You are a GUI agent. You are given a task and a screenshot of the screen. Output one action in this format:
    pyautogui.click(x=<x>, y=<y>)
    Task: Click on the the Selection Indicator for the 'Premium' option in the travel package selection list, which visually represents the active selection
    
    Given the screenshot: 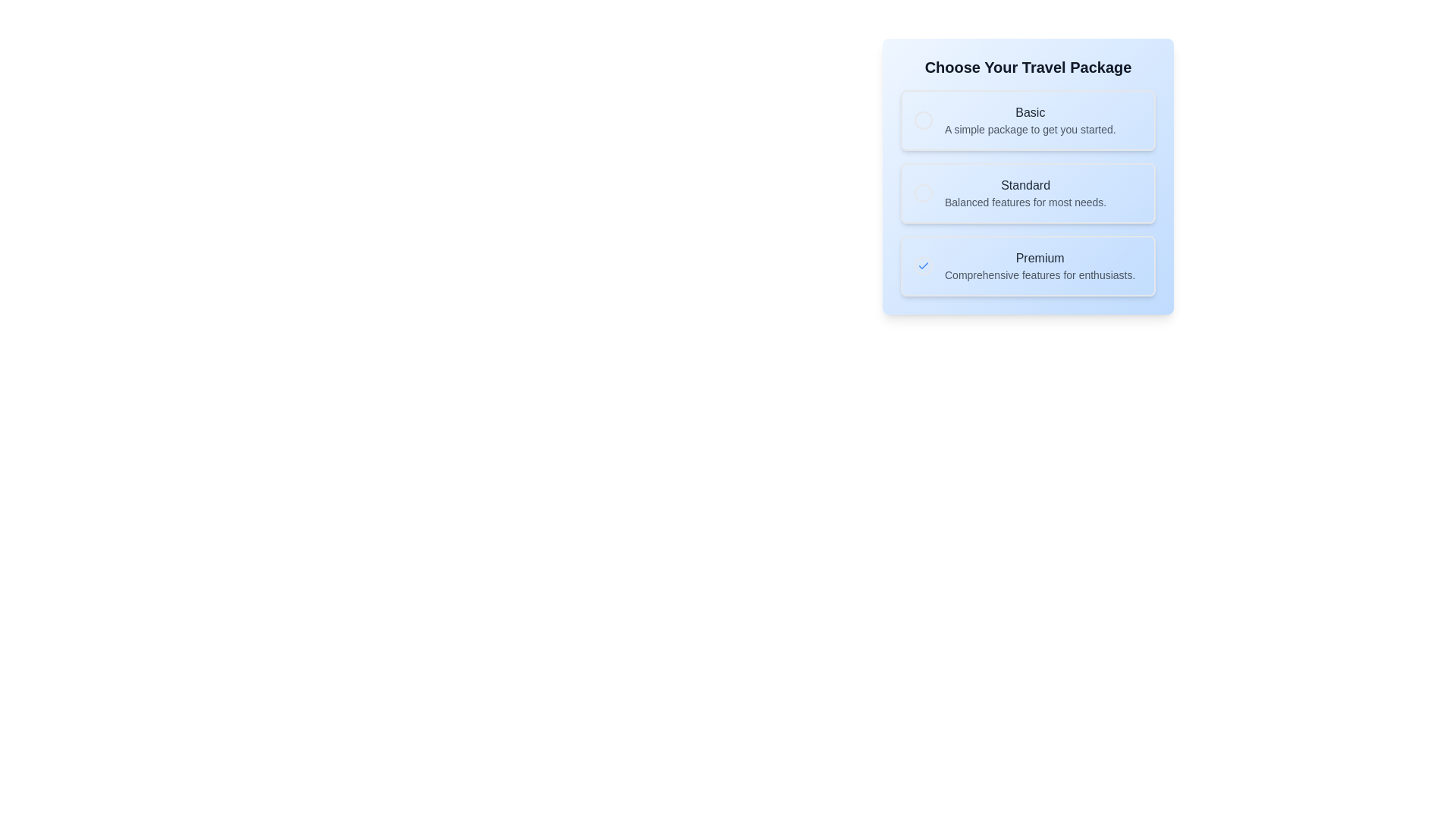 What is the action you would take?
    pyautogui.click(x=923, y=265)
    